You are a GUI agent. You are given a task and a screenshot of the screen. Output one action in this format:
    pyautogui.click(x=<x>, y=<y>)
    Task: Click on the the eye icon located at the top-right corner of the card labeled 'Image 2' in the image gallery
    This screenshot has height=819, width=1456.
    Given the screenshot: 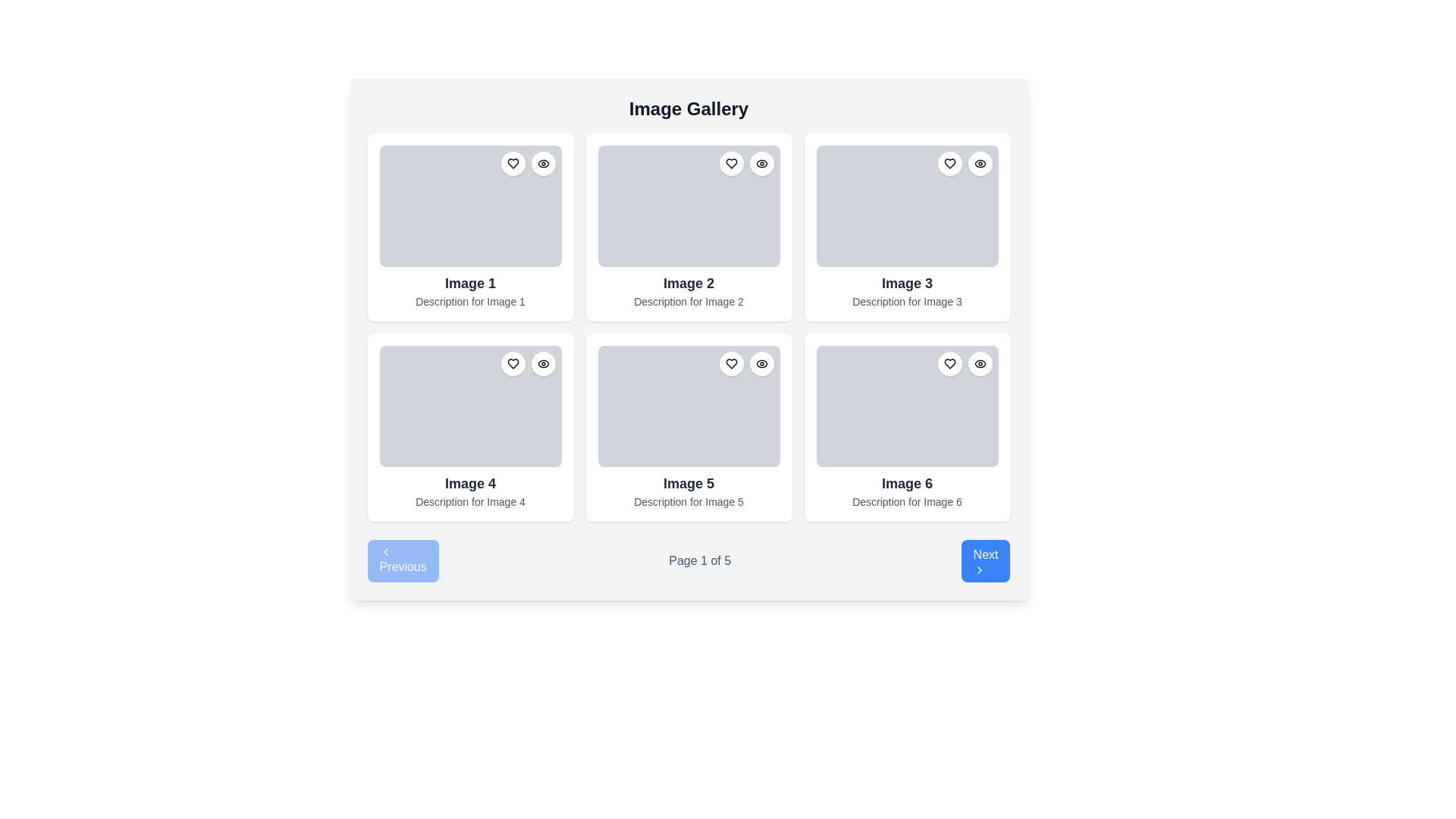 What is the action you would take?
    pyautogui.click(x=761, y=164)
    